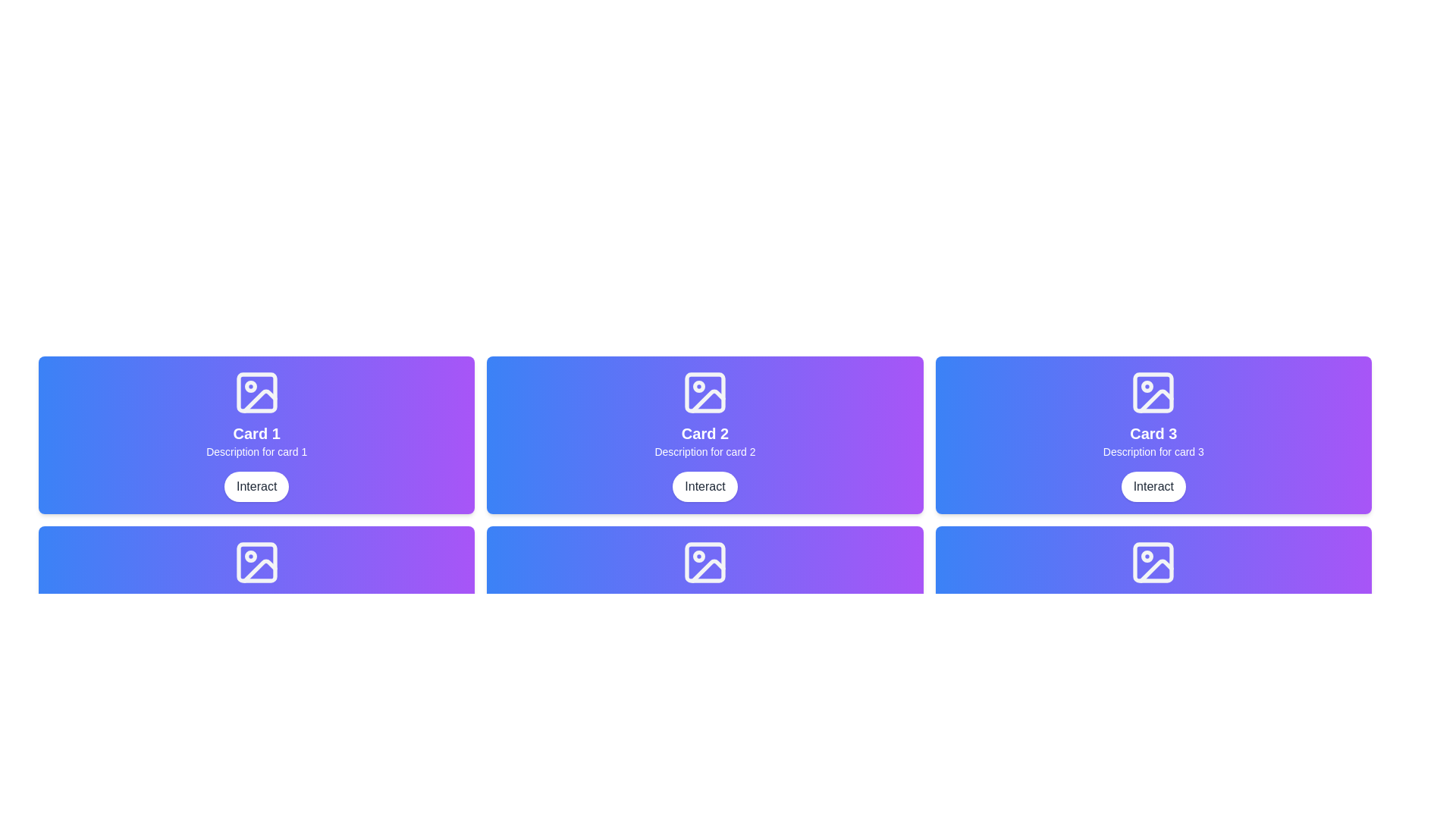 This screenshot has width=1456, height=819. What do you see at coordinates (704, 391) in the screenshot?
I see `the image or graphic placeholder icon located in 'Card 2', positioned above the text 'Card 2' and 'Description for card 2'` at bounding box center [704, 391].